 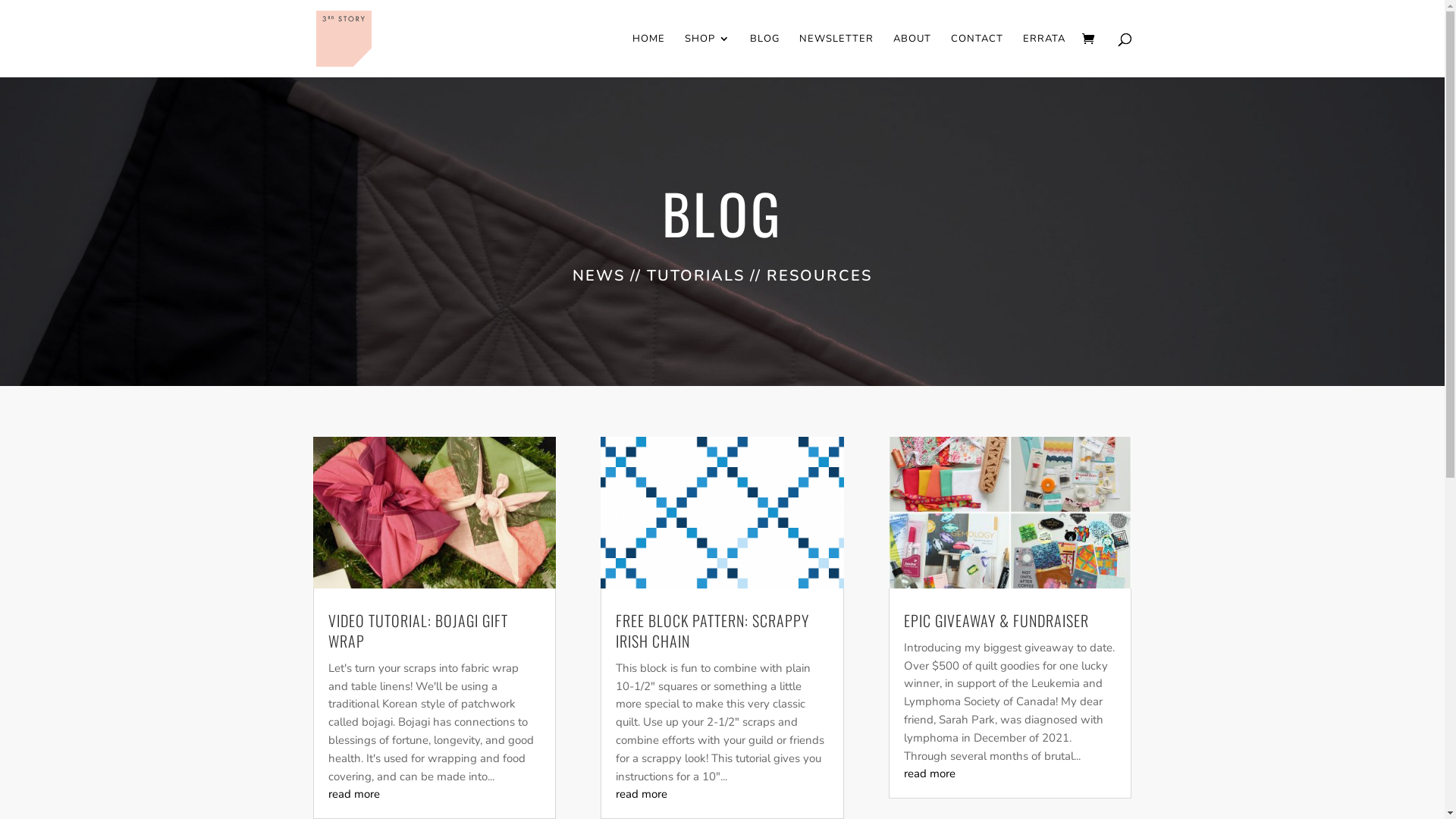 I want to click on 'NEWSLETTER', so click(x=836, y=55).